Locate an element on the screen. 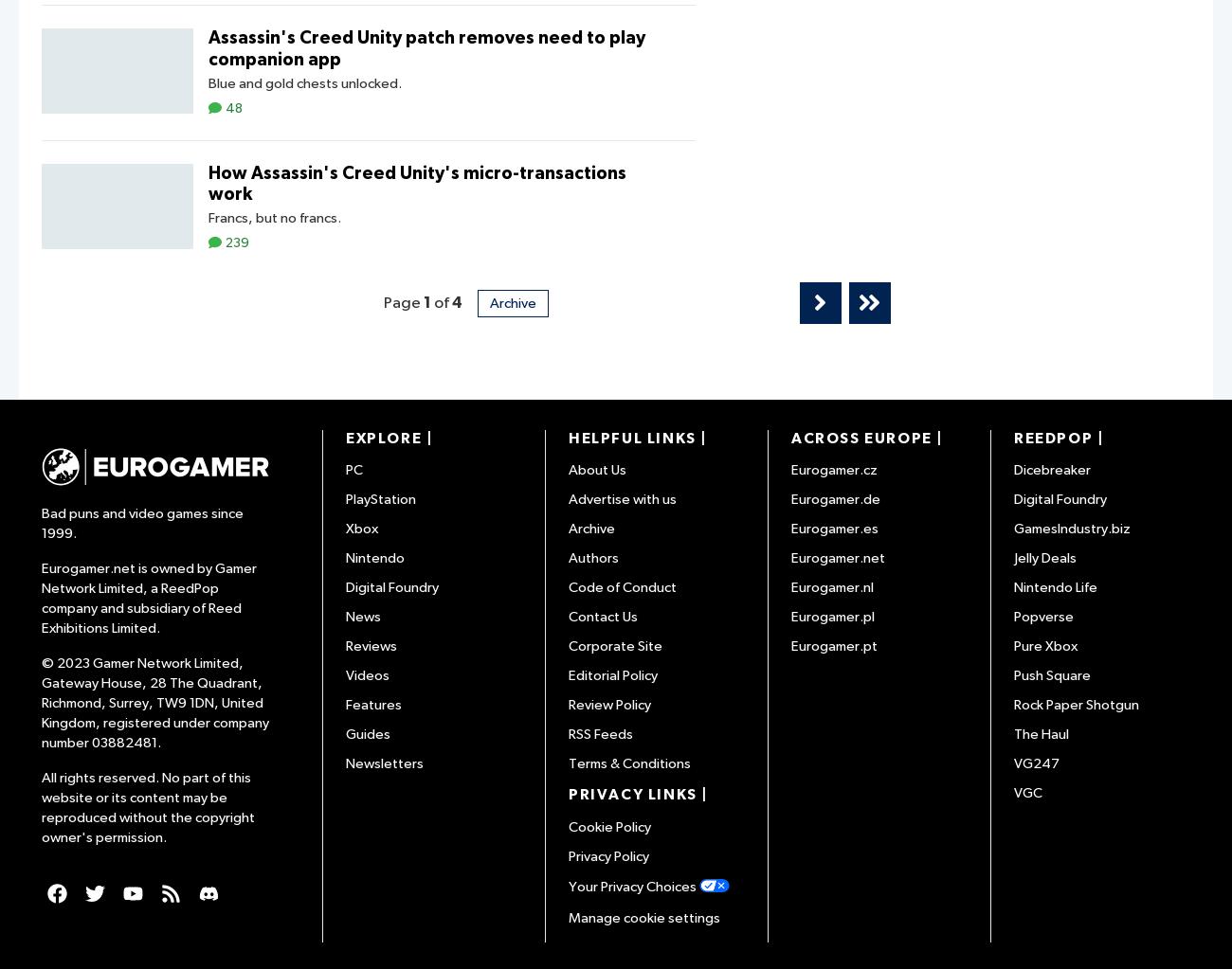 The width and height of the screenshot is (1232, 969). 'Xbox' is located at coordinates (361, 529).